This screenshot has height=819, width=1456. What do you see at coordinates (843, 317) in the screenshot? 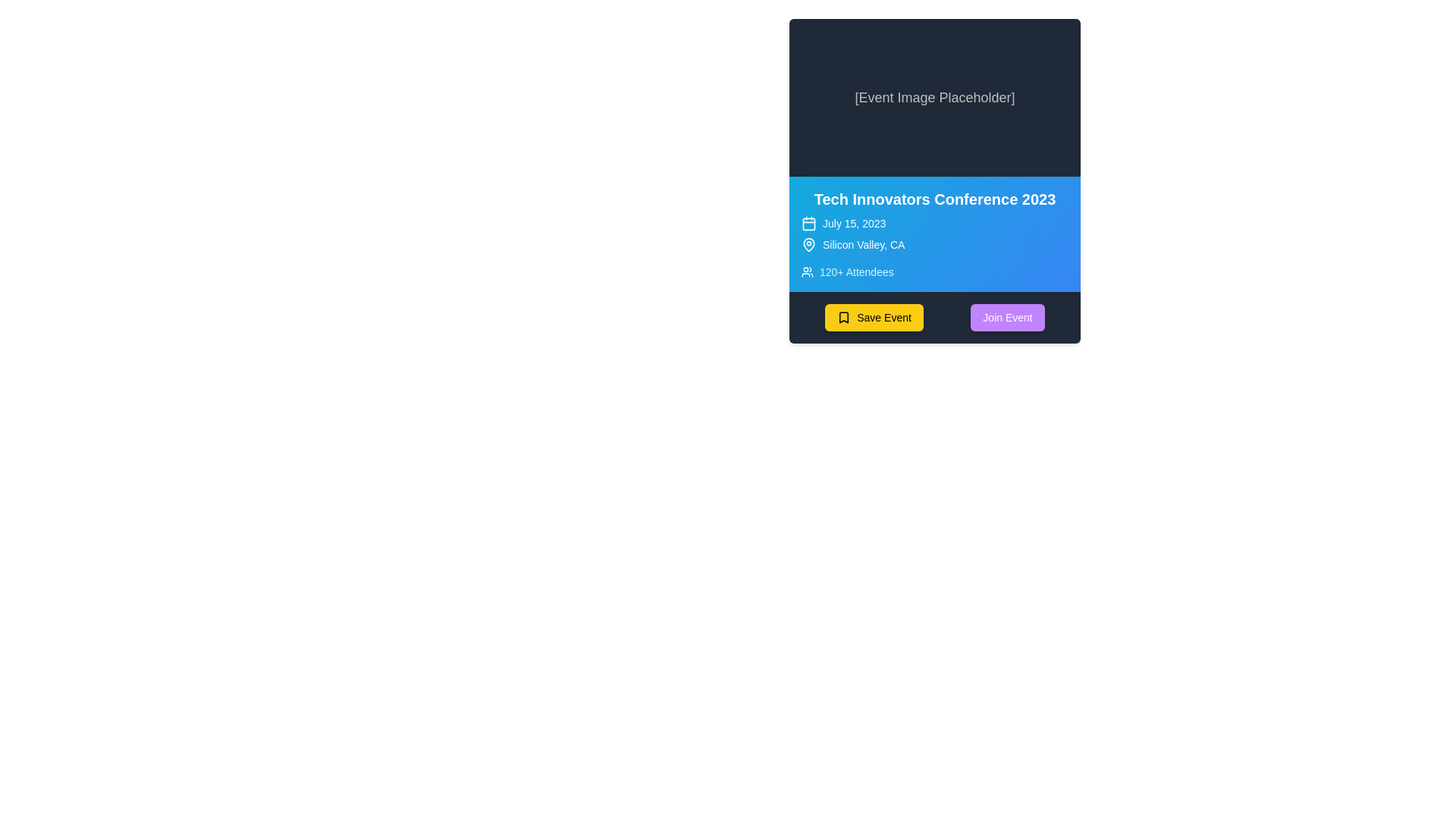
I see `the visual appearance of the bookmark-shaped icon with black and yellow colors, located to the left of the 'Save Event' button` at bounding box center [843, 317].